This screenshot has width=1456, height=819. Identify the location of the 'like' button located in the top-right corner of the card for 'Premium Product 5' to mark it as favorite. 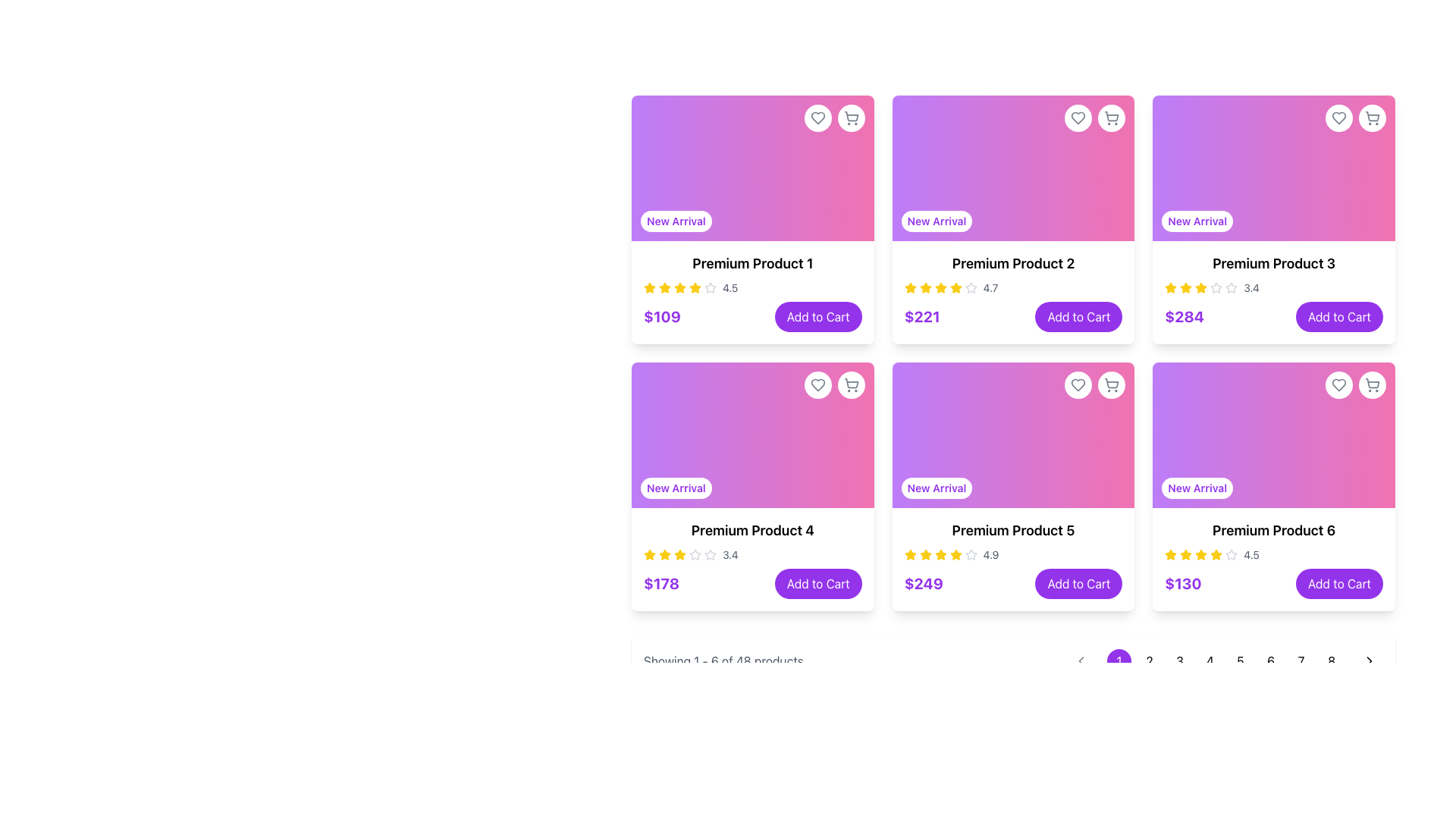
(1078, 384).